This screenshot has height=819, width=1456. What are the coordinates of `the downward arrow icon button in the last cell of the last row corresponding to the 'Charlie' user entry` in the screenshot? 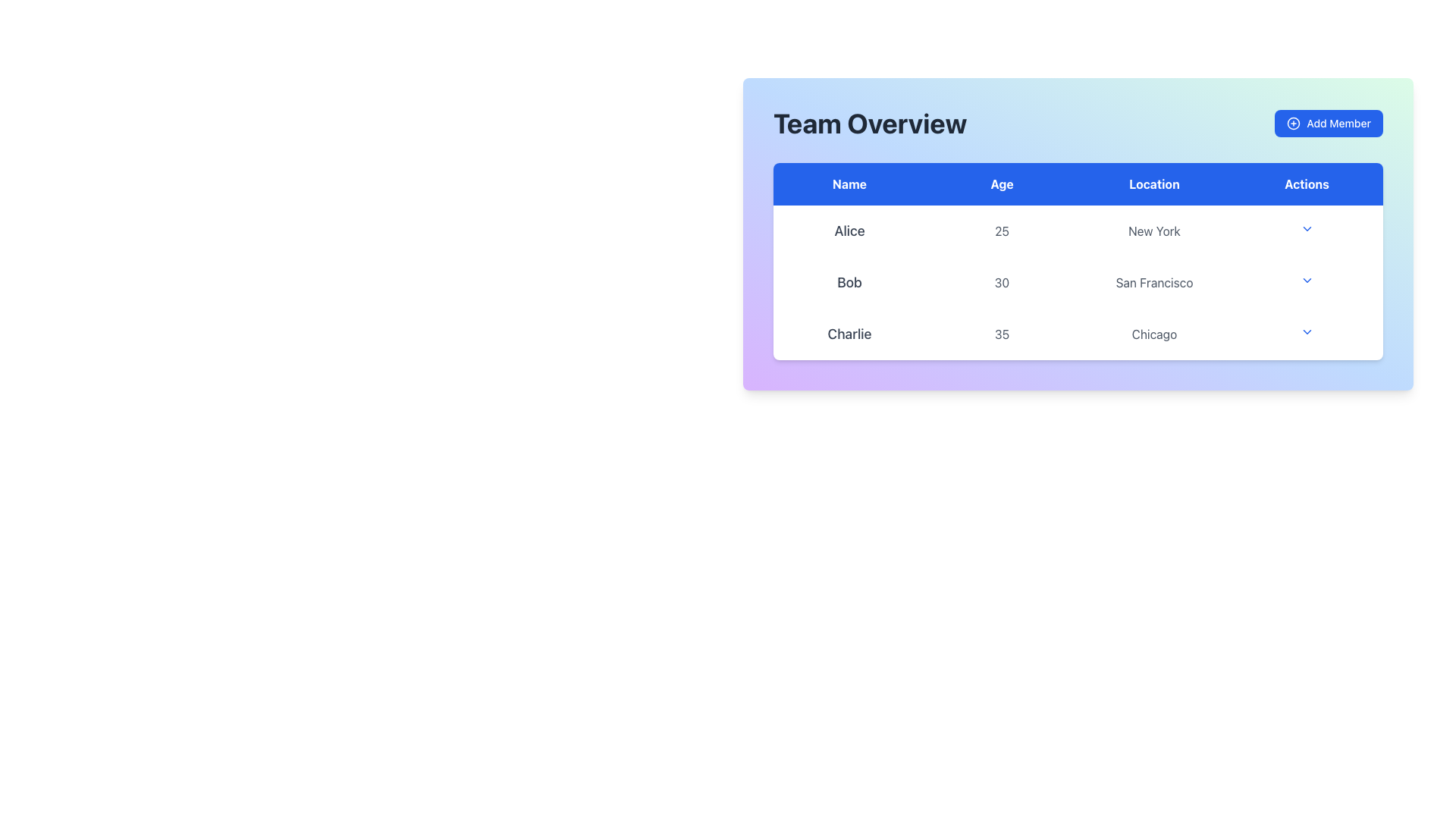 It's located at (1306, 333).